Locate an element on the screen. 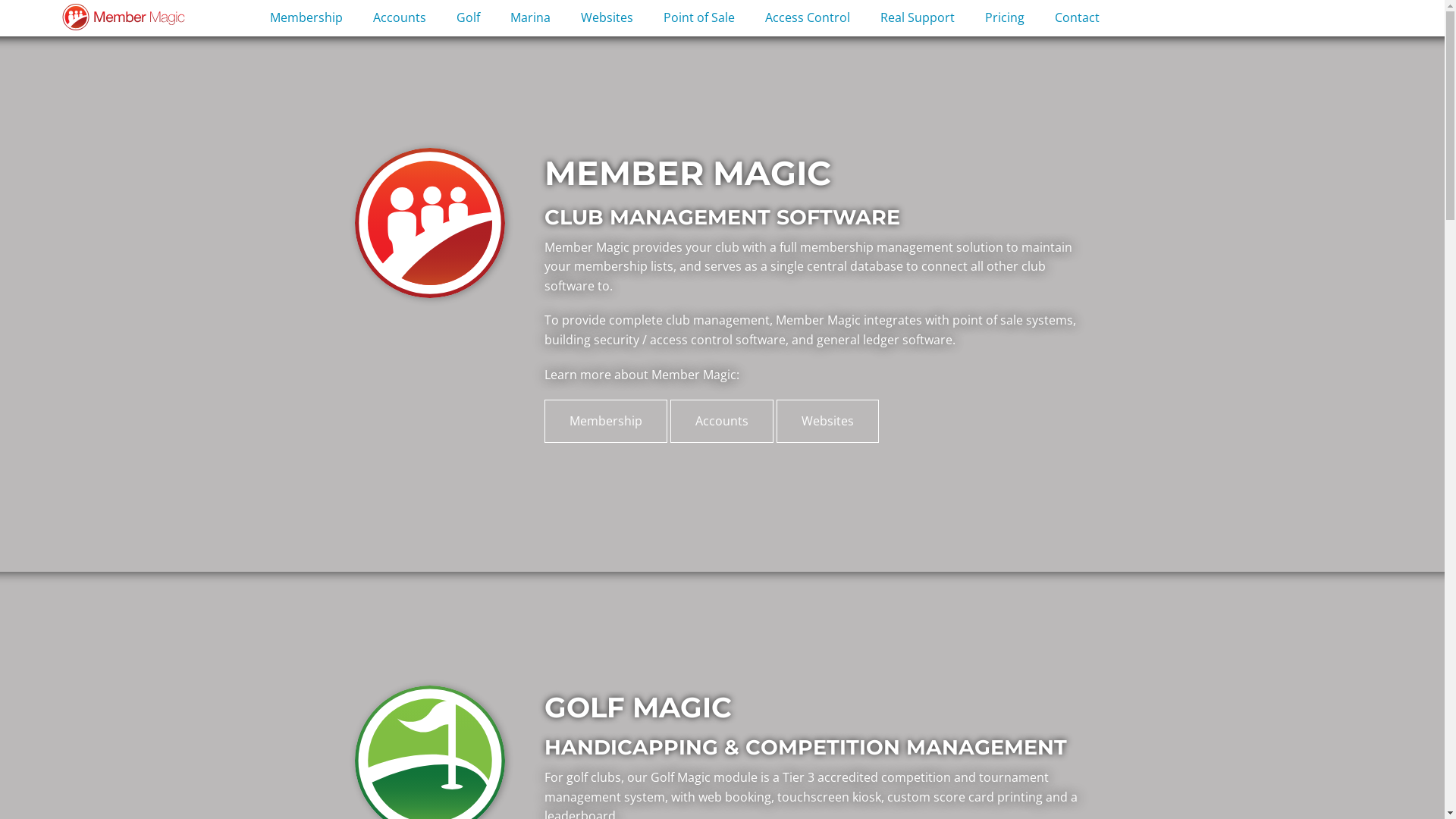 This screenshot has width=1456, height=819. 'Real Support' is located at coordinates (916, 18).